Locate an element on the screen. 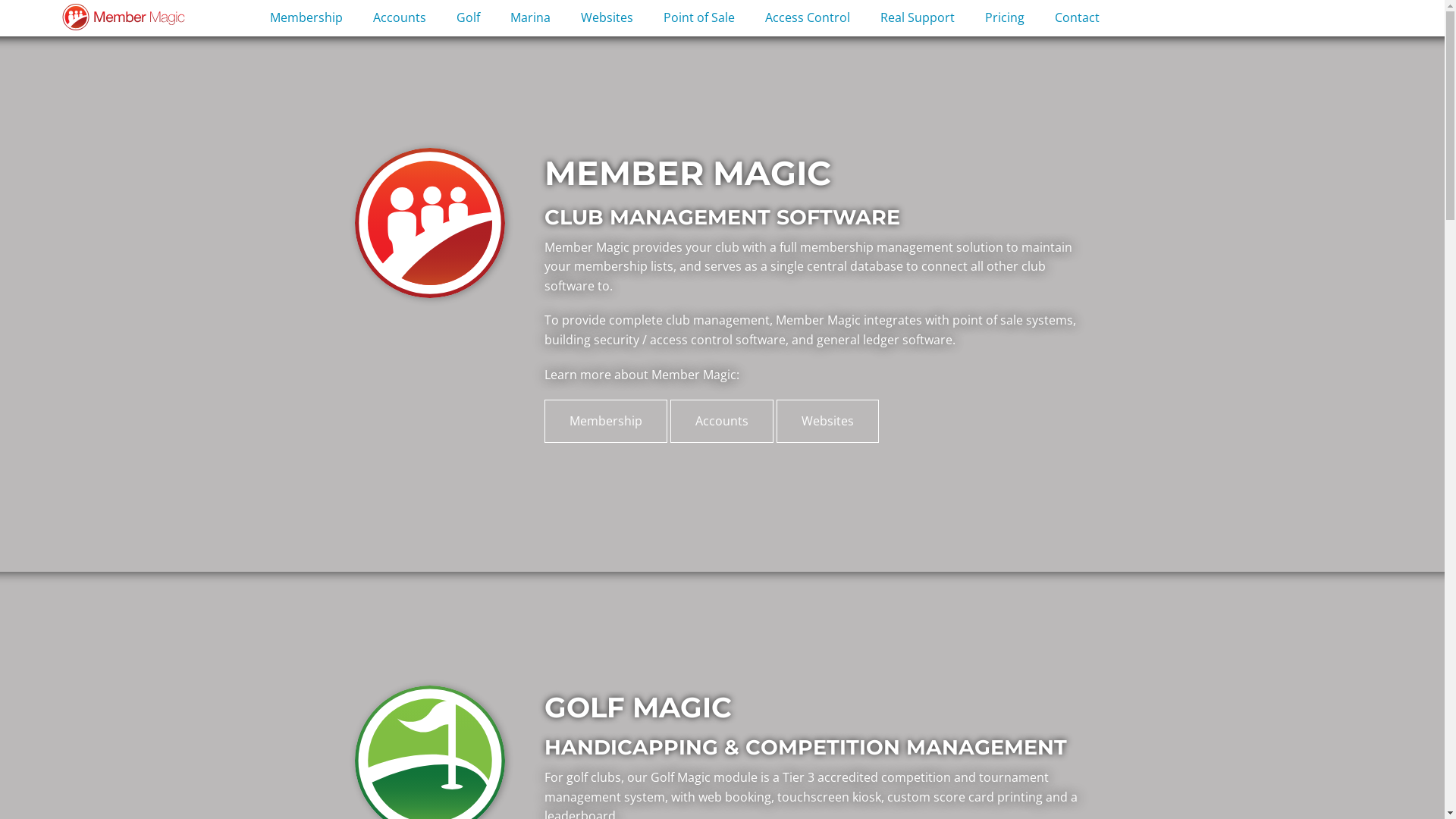 This screenshot has width=1456, height=819. 'Real Support' is located at coordinates (916, 18).